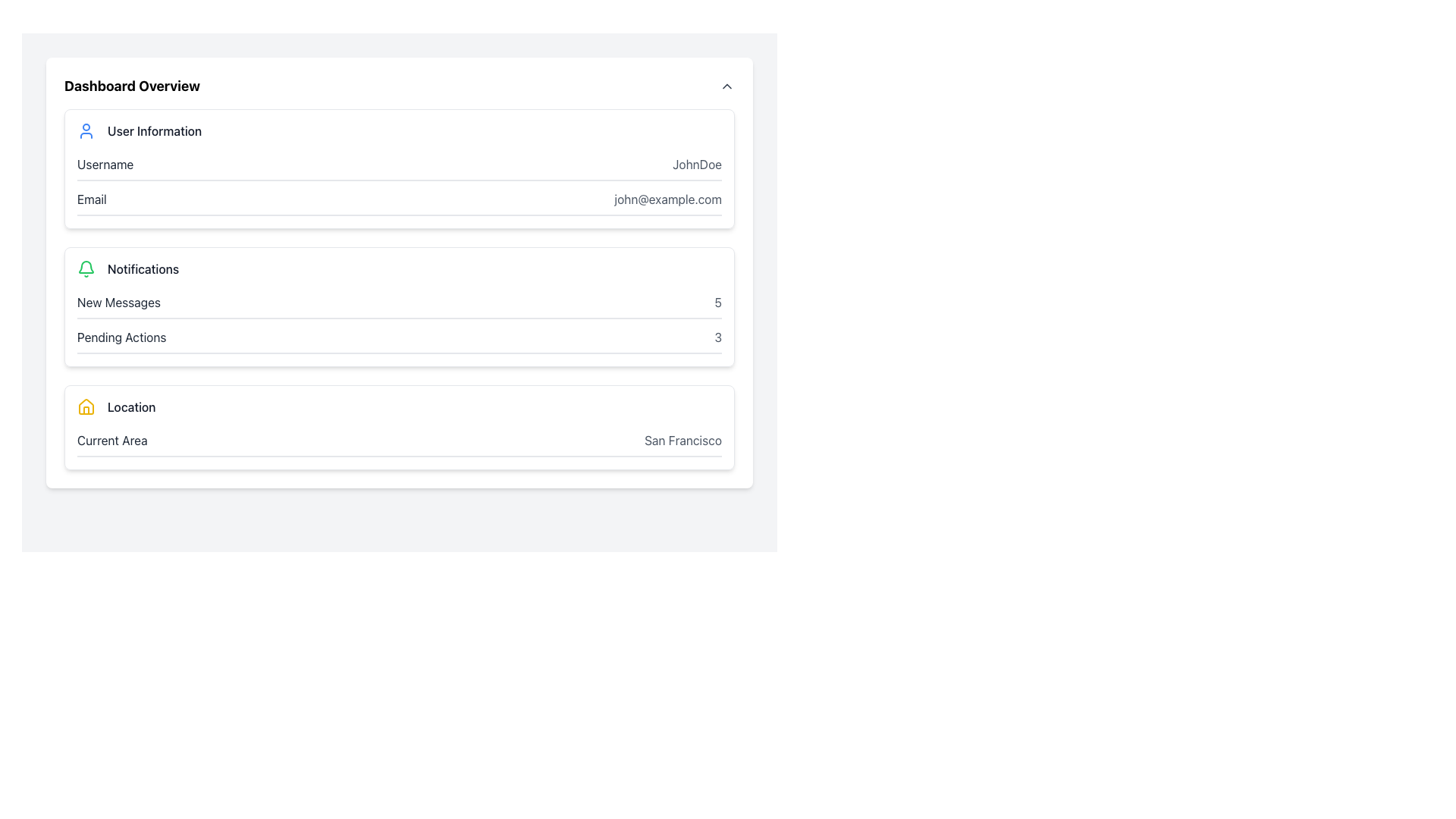  Describe the element at coordinates (86, 406) in the screenshot. I see `the location icon in the 'Location' section of the application, which is visually represented as a larger icon adjacent to the 'Location' label` at that location.